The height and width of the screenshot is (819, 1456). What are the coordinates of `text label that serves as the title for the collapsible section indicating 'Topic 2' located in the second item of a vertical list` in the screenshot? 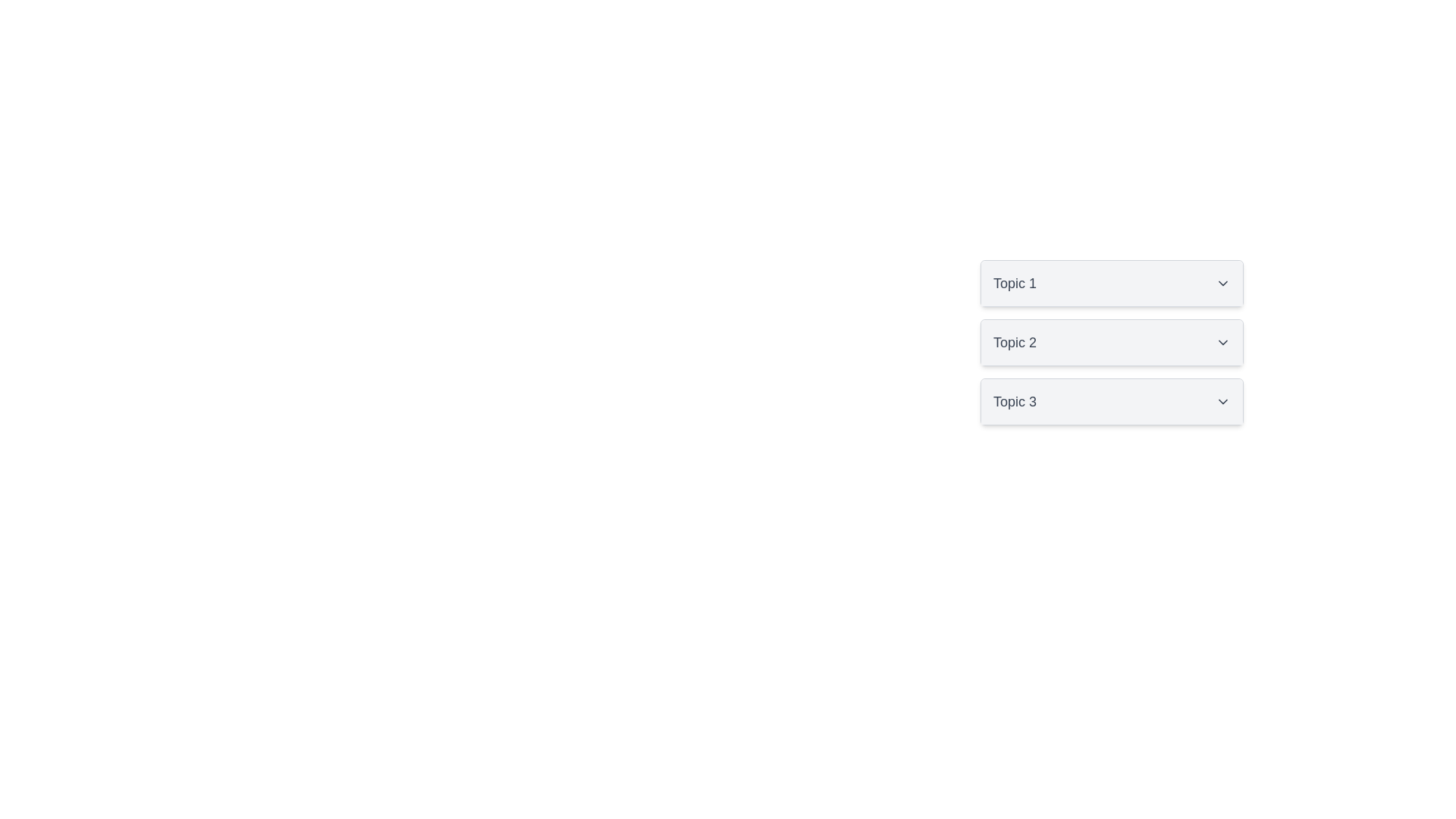 It's located at (1015, 342).